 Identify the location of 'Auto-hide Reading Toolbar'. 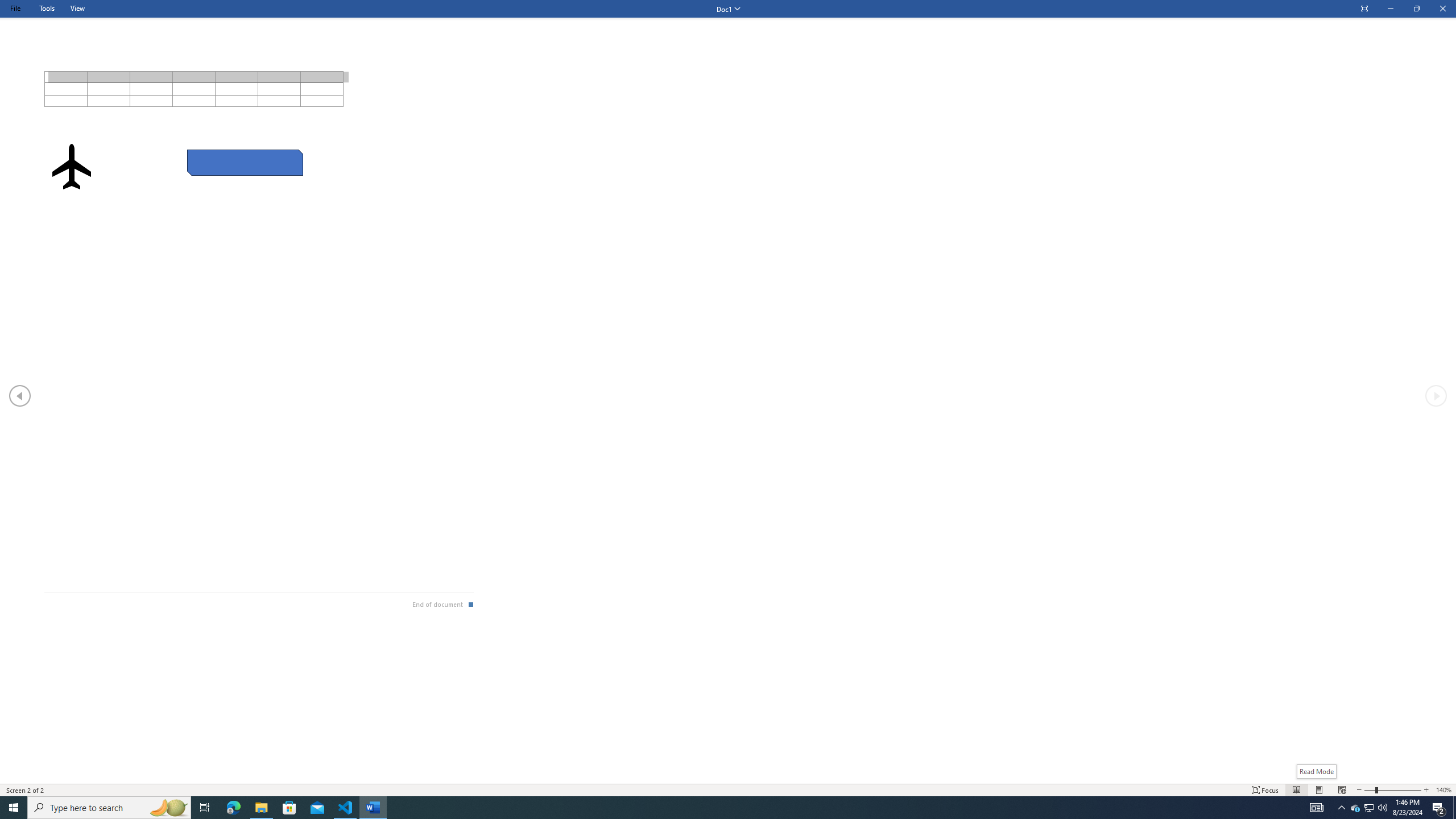
(1363, 9).